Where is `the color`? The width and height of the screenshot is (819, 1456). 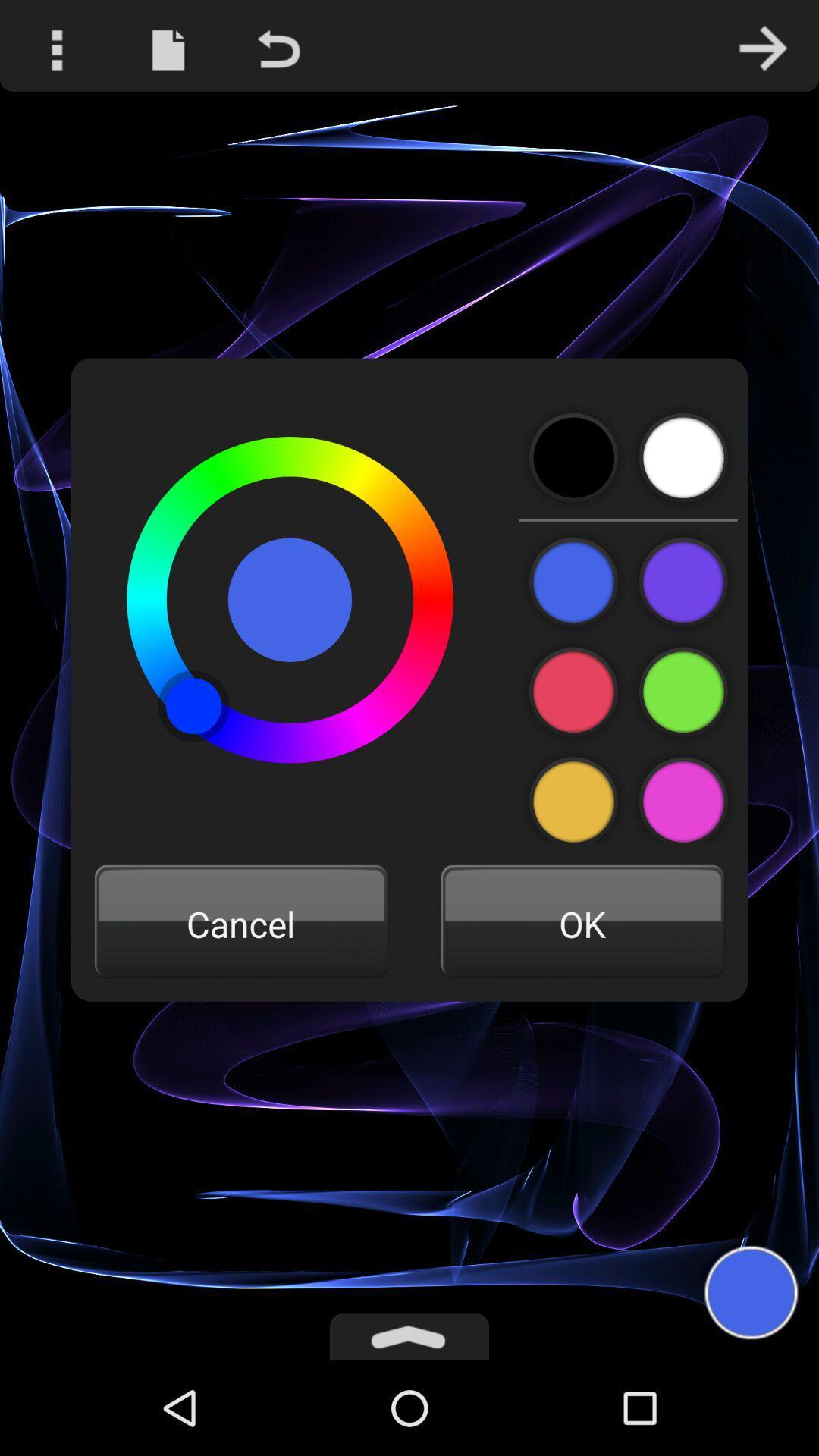 the color is located at coordinates (683, 692).